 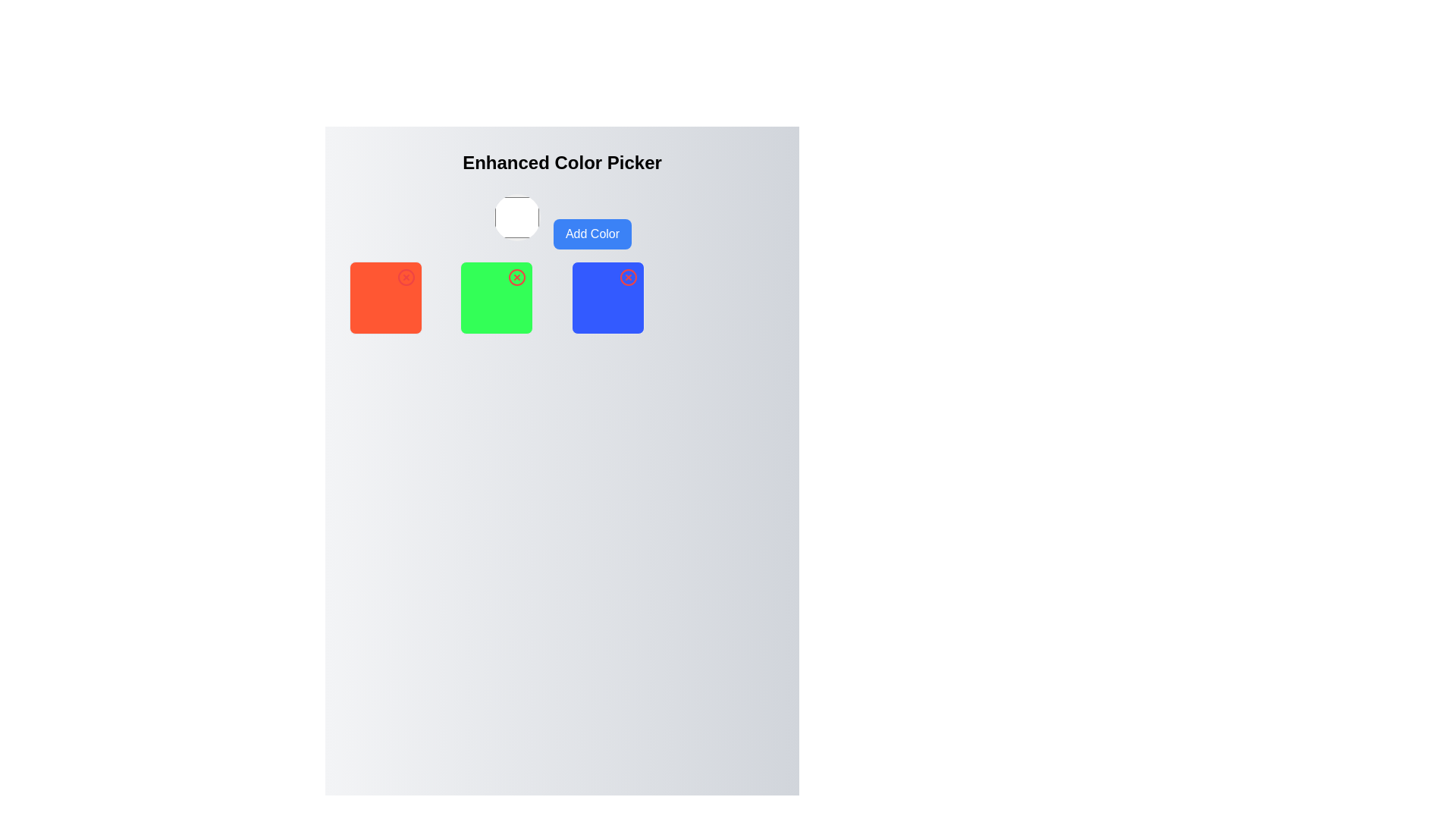 I want to click on the interactive color selection box, which has a removal option, so click(x=497, y=298).